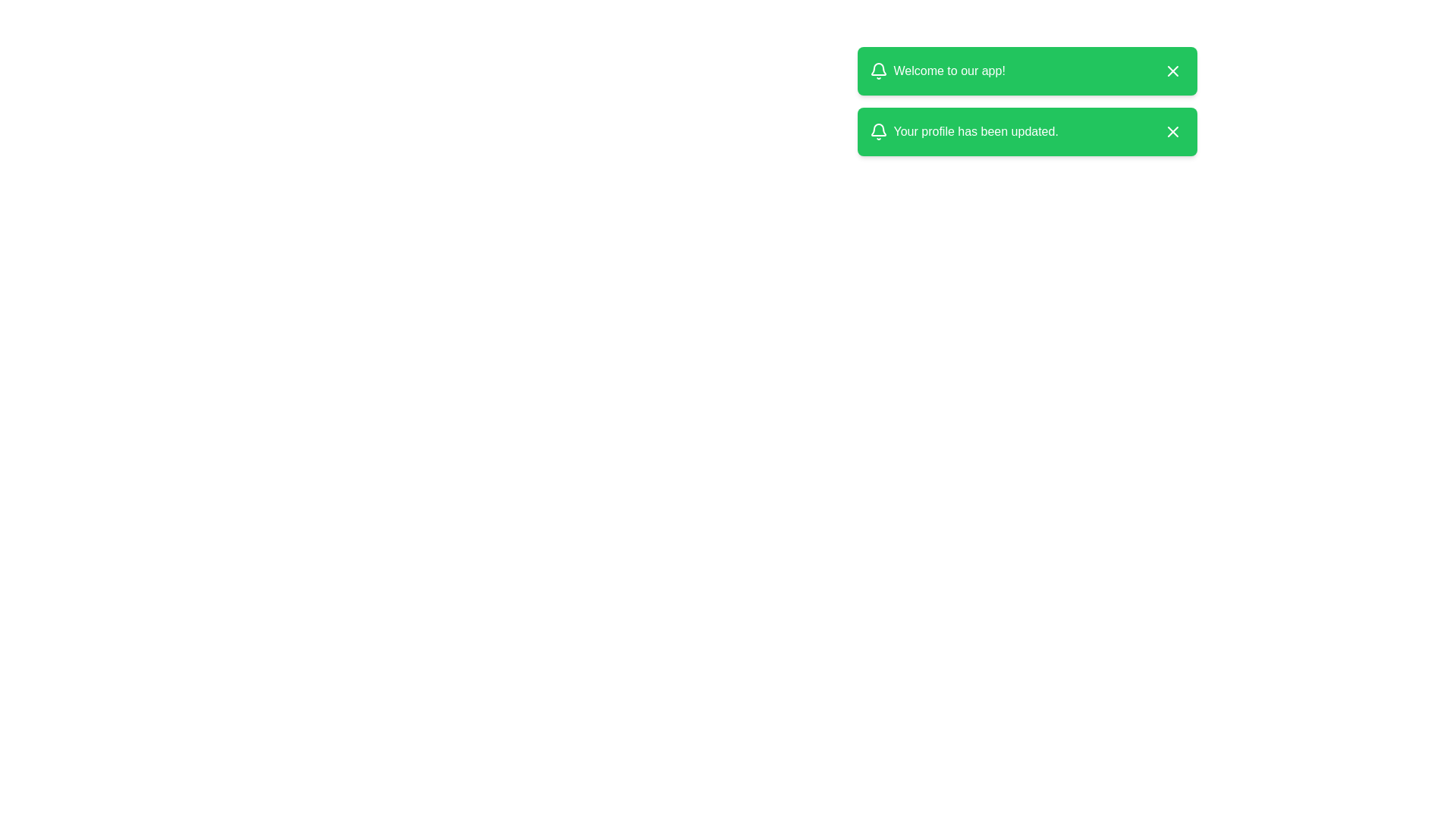 This screenshot has height=819, width=1456. I want to click on the Close Button (Icon) which is a small 'X' shaped icon with a white stroke on a green circular background, located at the top right corner of the green notification bar that says 'Your profile has been updated.', so click(1172, 130).